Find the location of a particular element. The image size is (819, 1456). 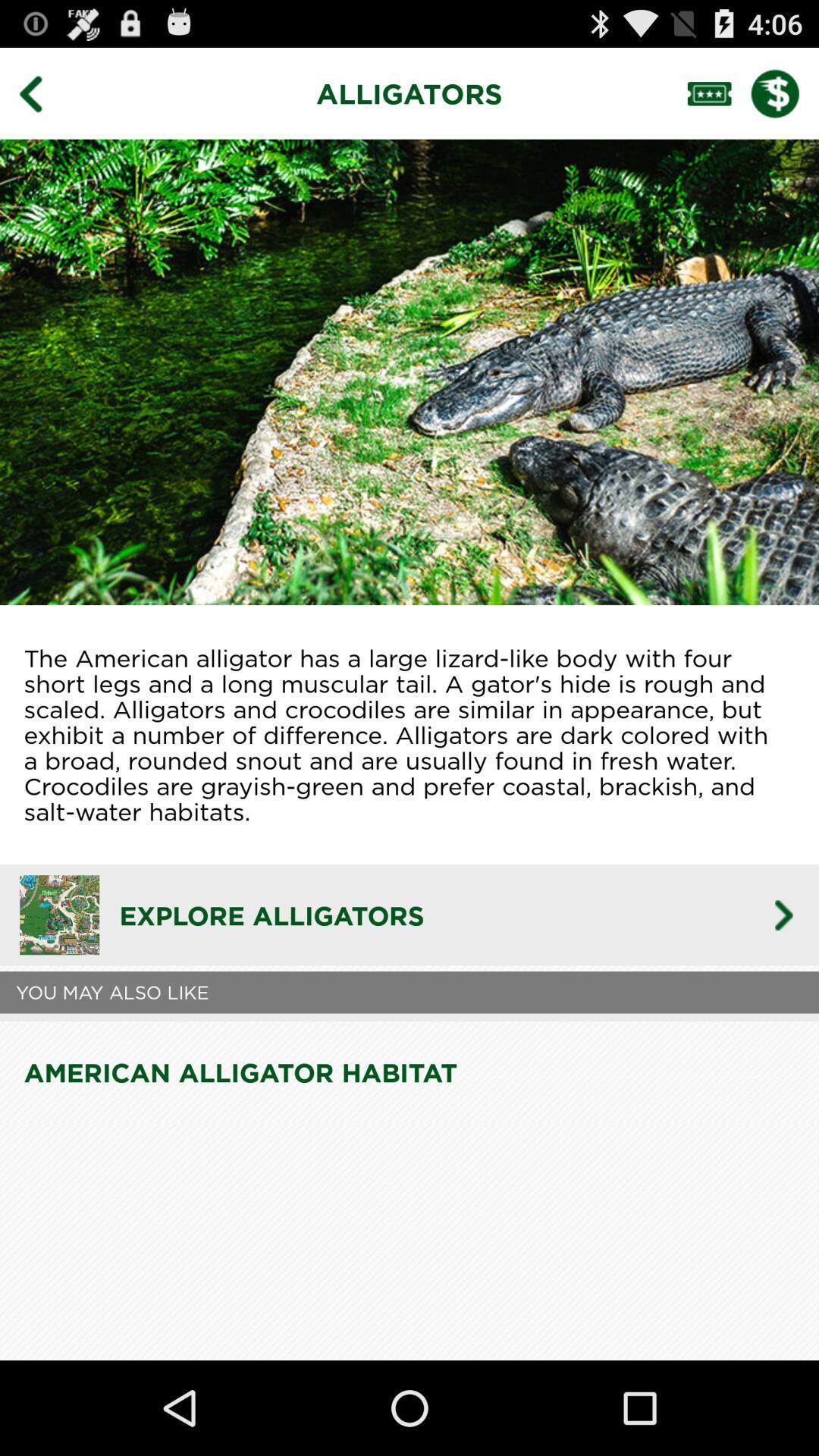

item to the left of the alligators app is located at coordinates (41, 93).